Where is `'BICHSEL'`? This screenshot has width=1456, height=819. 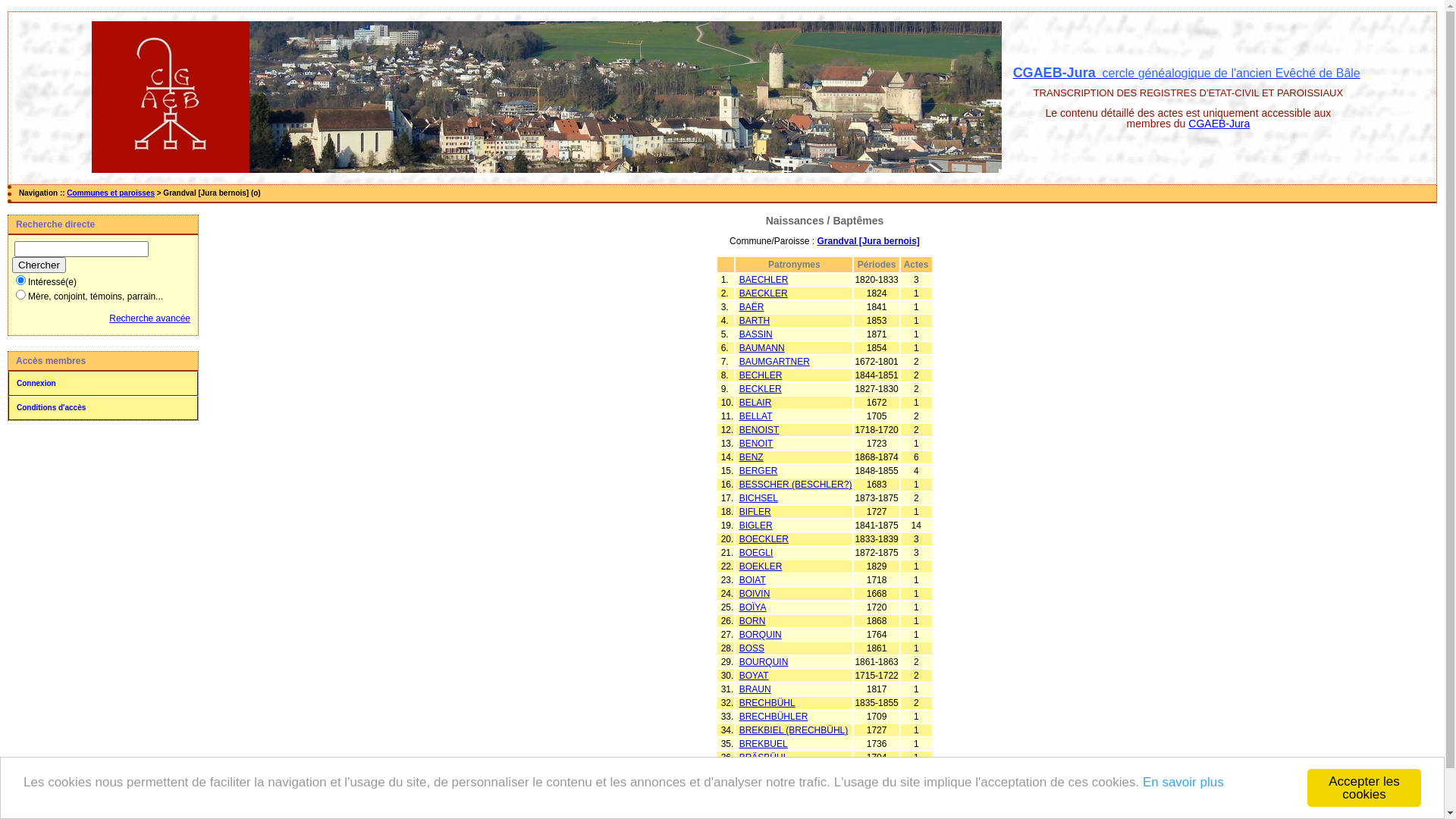 'BICHSEL' is located at coordinates (739, 497).